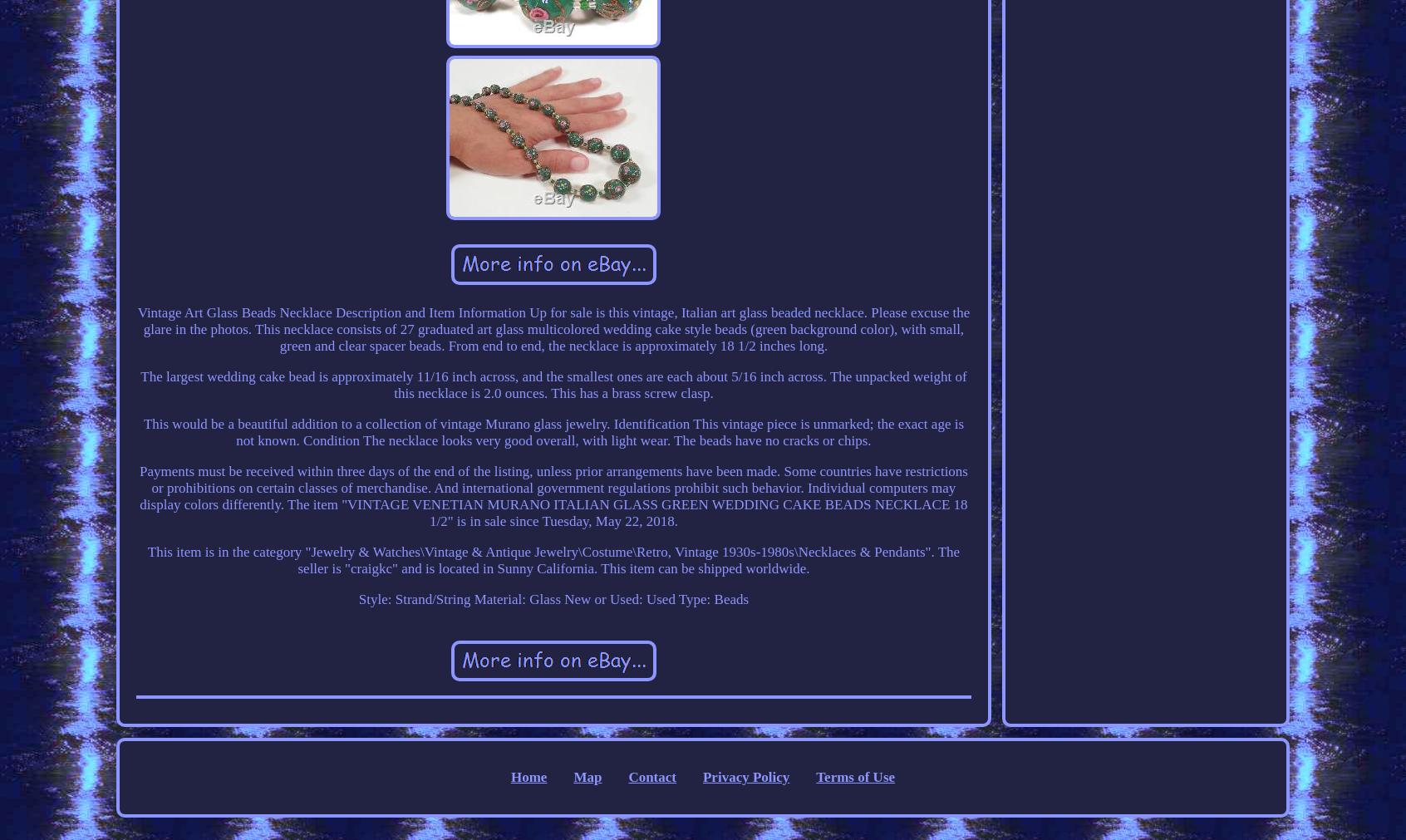  I want to click on 'Payments must be received within three days of the end of the listing, unless prior arrangements have been made. Some countries have restrictions or prohibitions on certain classes of merchandise. And international government regulations prohibit such behavior. Individual computers may display colors differently. The item "VINTAGE VENETIAN MURANO ITALIAN GLASS GREEN WEDDING CAKE BEADS NECKLACE 18 1/2" is in sale since Tuesday, May 22, 2018.', so click(553, 495).